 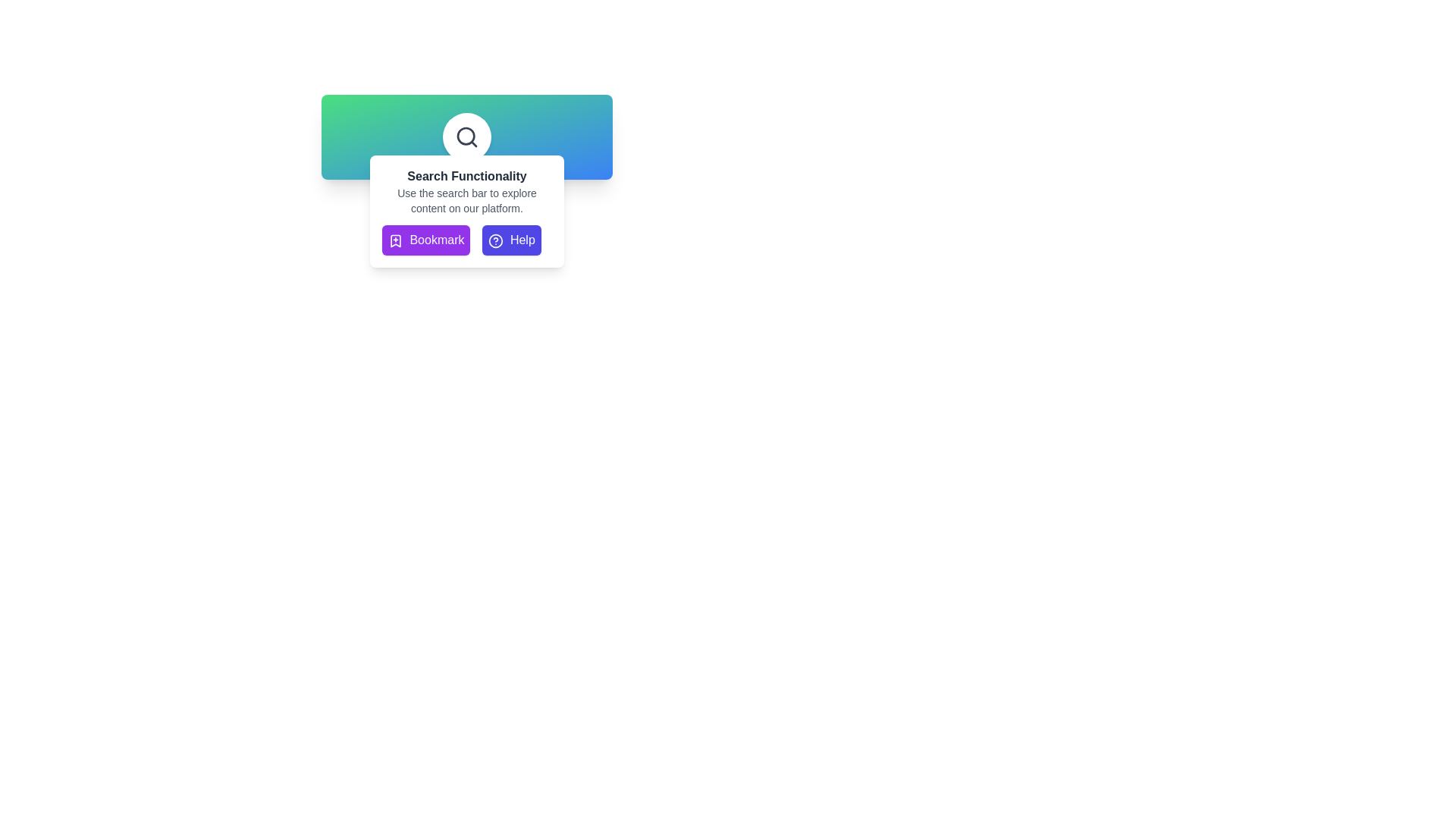 What do you see at coordinates (425, 239) in the screenshot?
I see `the 'Bookmark' button with a purple background and a plus symbol inside a bookmark icon to bookmark content` at bounding box center [425, 239].